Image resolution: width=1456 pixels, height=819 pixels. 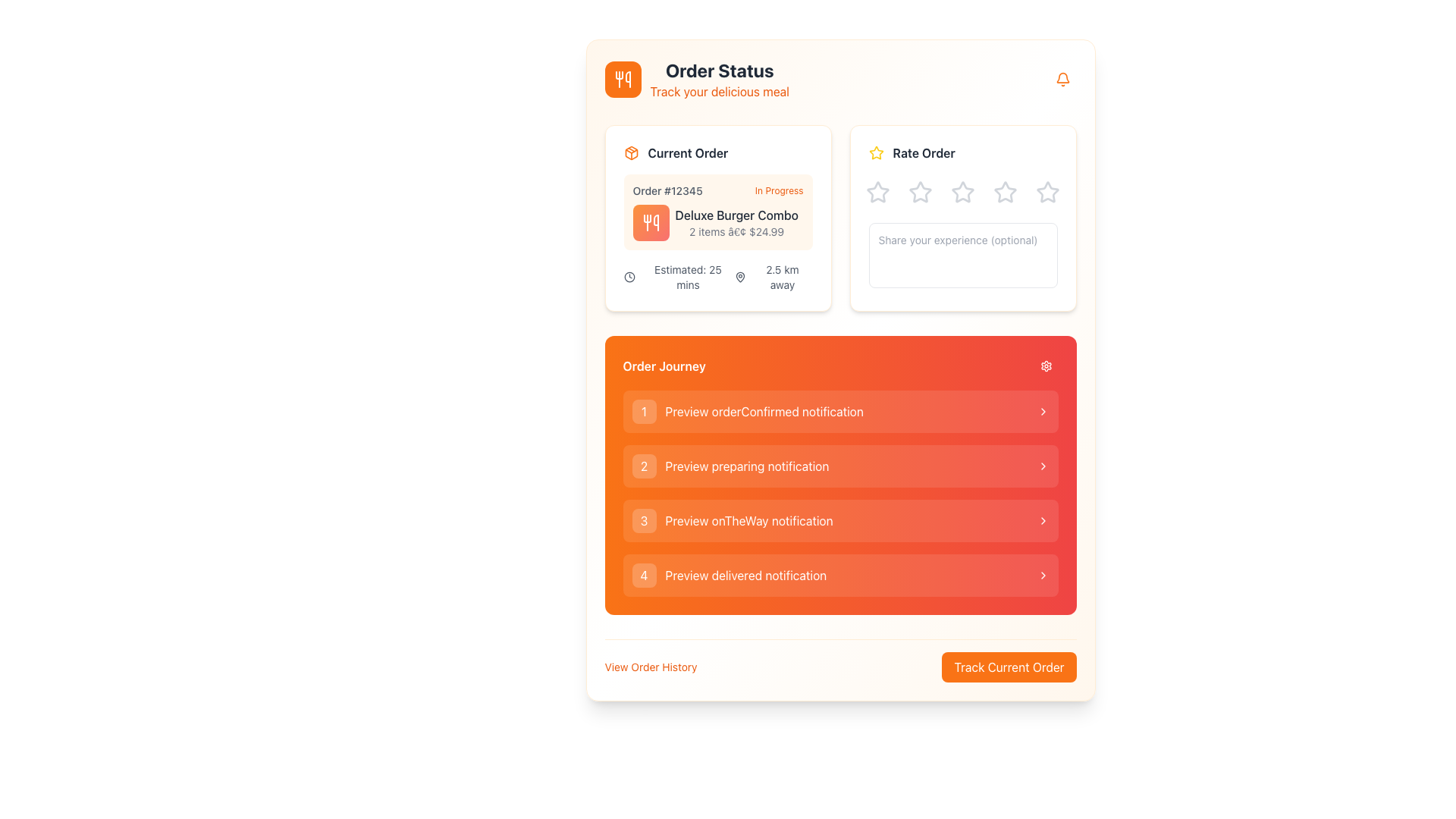 I want to click on the third star icon in the 'Rate Order' section to see the current rating state, so click(x=962, y=191).